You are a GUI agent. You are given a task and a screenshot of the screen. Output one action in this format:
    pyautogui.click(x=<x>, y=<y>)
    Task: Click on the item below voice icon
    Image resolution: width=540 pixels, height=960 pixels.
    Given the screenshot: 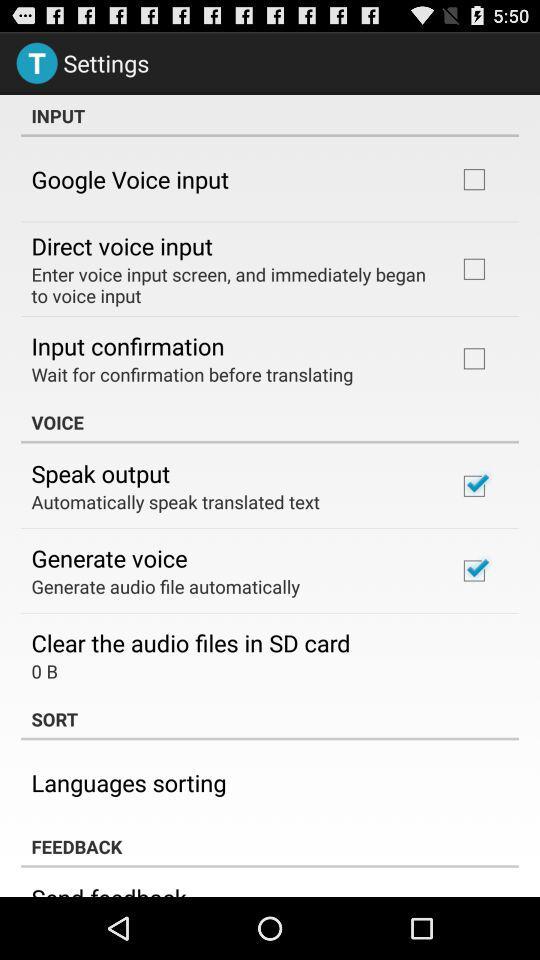 What is the action you would take?
    pyautogui.click(x=99, y=473)
    